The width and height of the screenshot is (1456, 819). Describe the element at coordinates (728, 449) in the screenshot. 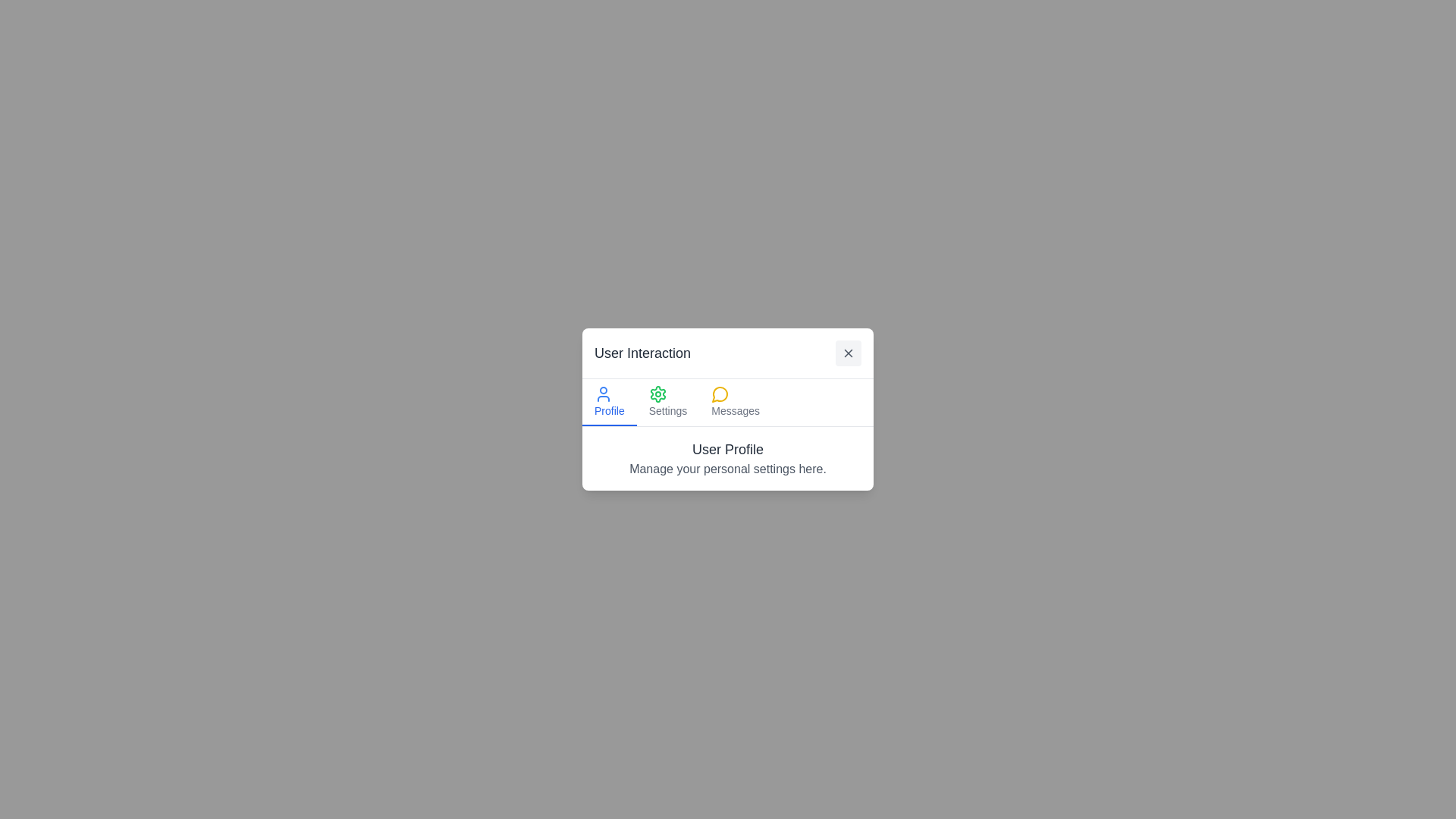

I see `the text label styled as a header with the text 'User Profile' within the 'User Interaction' popup panel to identify the user profile settings section` at that location.